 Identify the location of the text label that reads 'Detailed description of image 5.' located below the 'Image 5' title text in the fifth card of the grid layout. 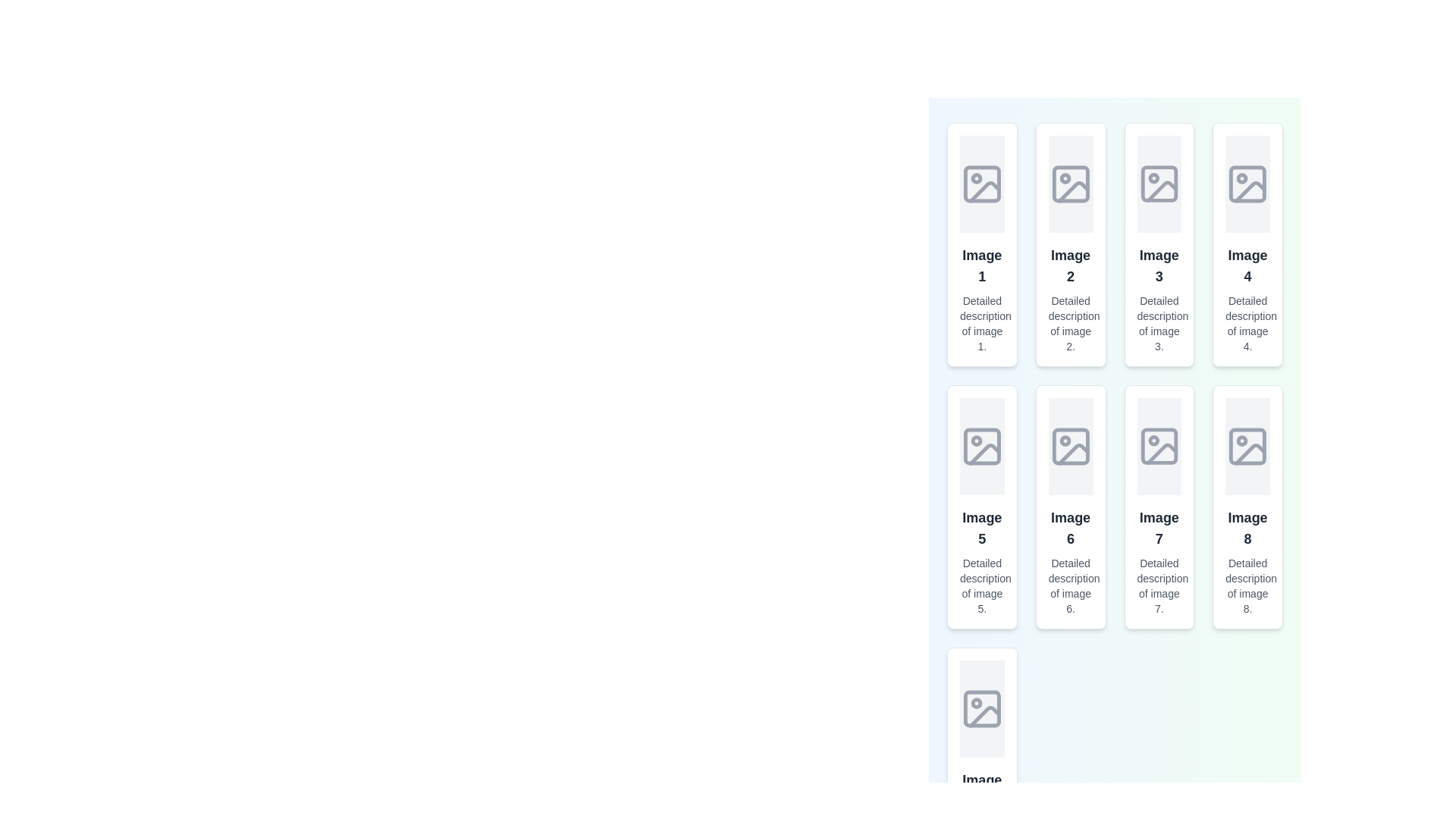
(982, 585).